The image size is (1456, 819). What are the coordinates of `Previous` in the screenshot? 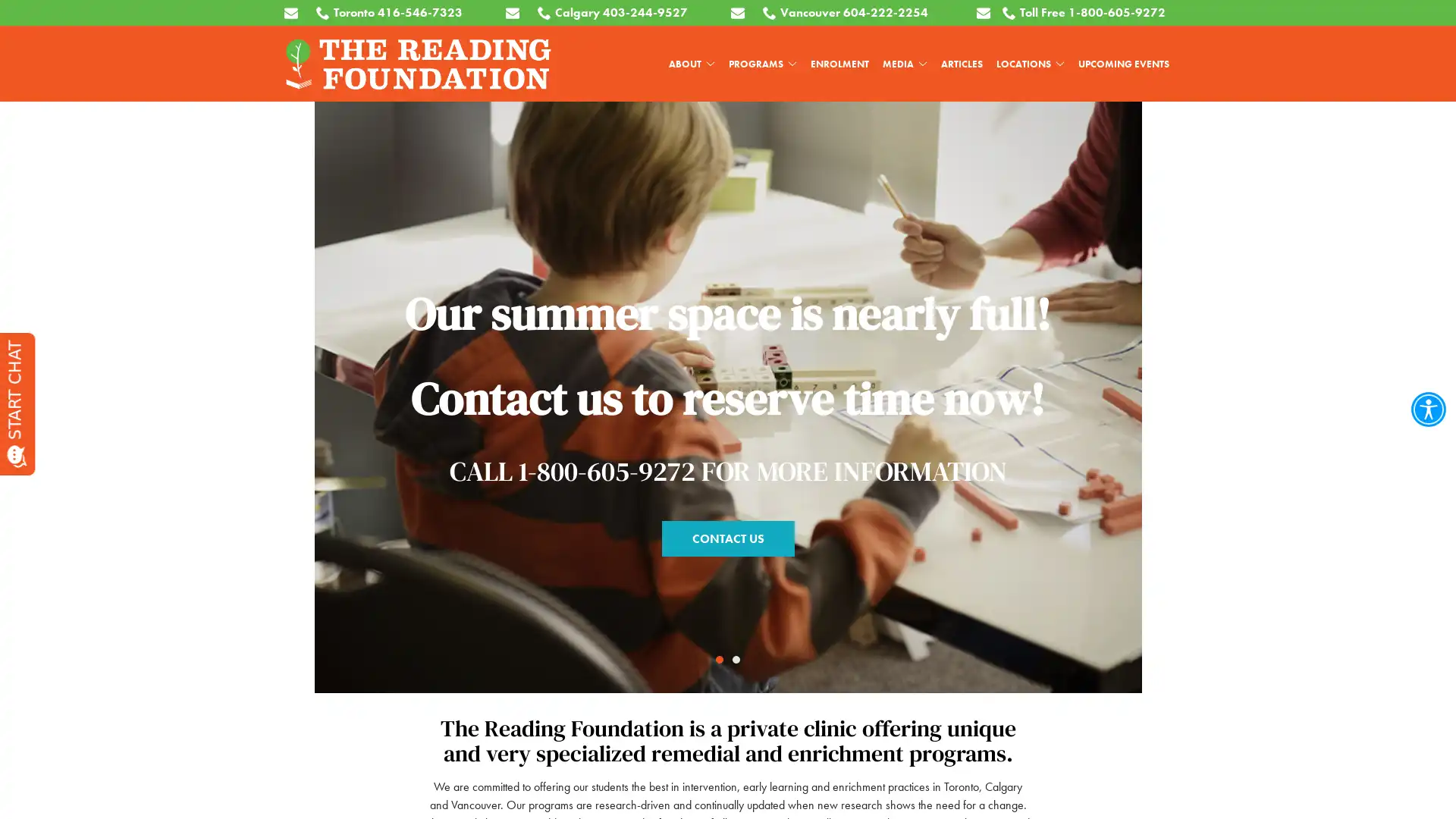 It's located at (42, 368).